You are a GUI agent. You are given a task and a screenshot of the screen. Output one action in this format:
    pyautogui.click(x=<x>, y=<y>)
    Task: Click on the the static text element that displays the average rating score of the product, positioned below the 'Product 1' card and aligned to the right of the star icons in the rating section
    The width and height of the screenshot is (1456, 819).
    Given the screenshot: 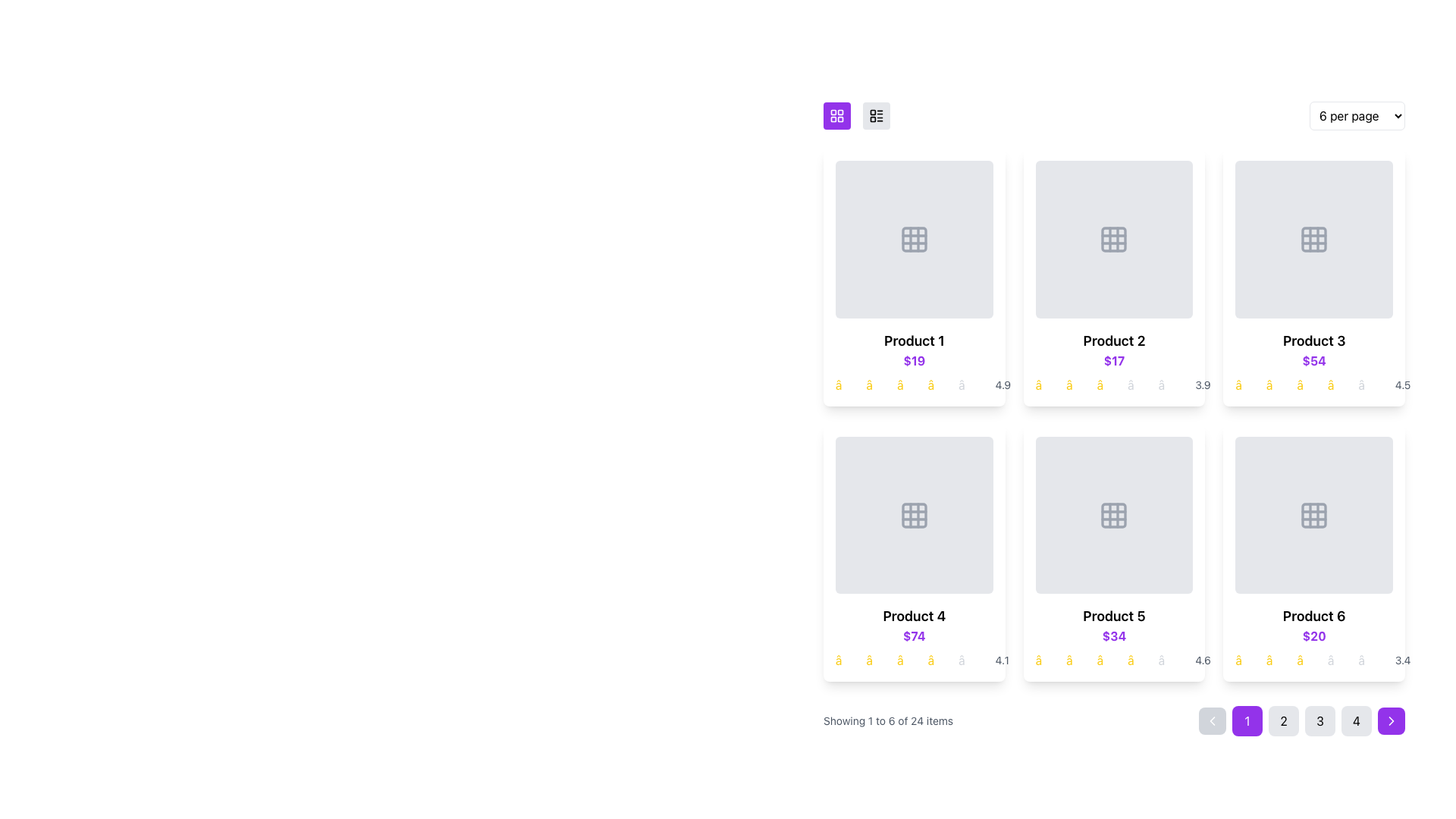 What is the action you would take?
    pyautogui.click(x=1003, y=384)
    